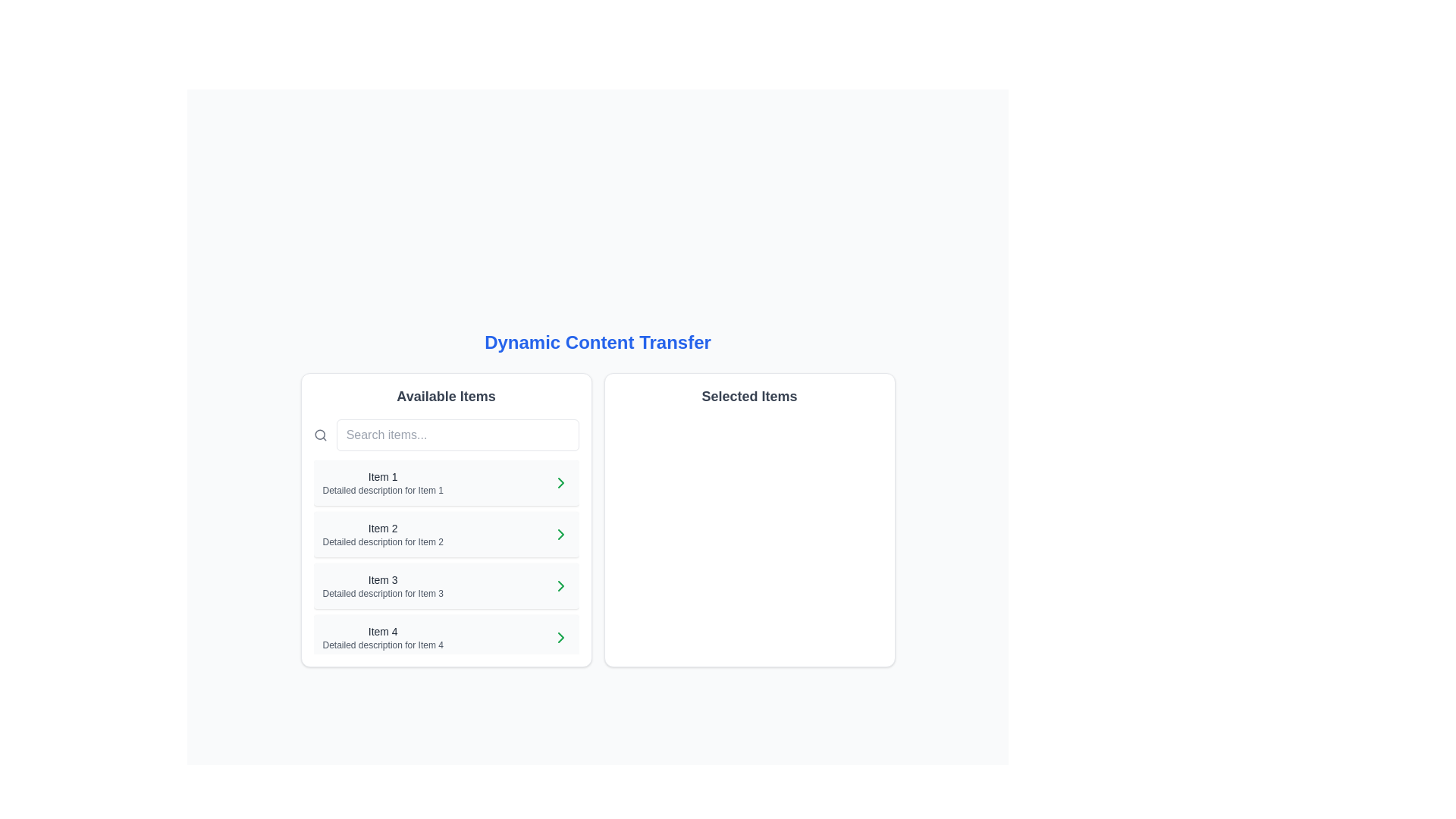 The image size is (1456, 819). What do you see at coordinates (383, 585) in the screenshot?
I see `the text block containing the title 'Item 3' and subtitle 'Detailed description for Item 3' within the 'Available Items' scrollable panel` at bounding box center [383, 585].